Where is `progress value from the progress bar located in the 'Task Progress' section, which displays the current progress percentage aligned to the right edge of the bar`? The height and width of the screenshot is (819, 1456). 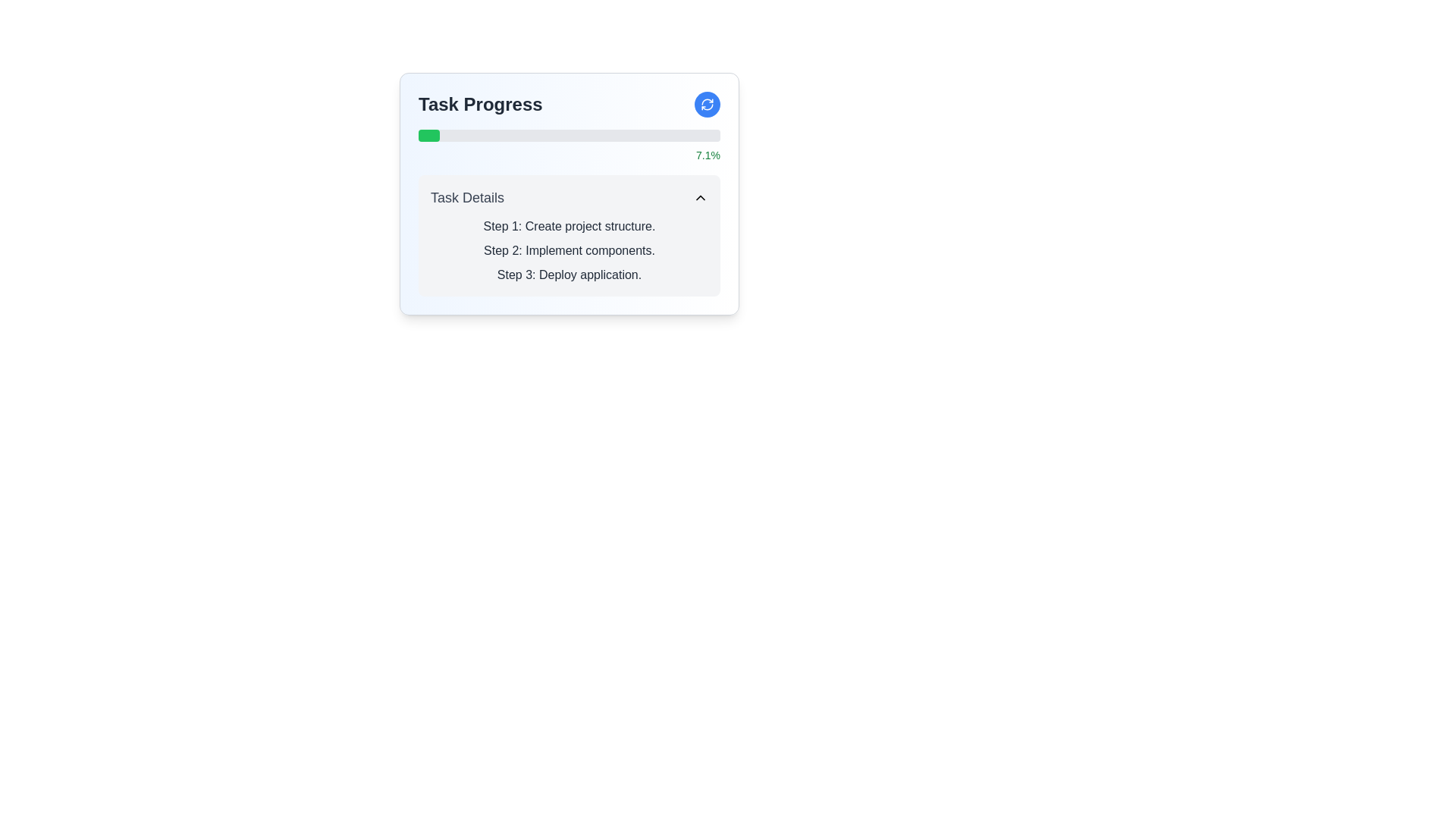
progress value from the progress bar located in the 'Task Progress' section, which displays the current progress percentage aligned to the right edge of the bar is located at coordinates (568, 146).